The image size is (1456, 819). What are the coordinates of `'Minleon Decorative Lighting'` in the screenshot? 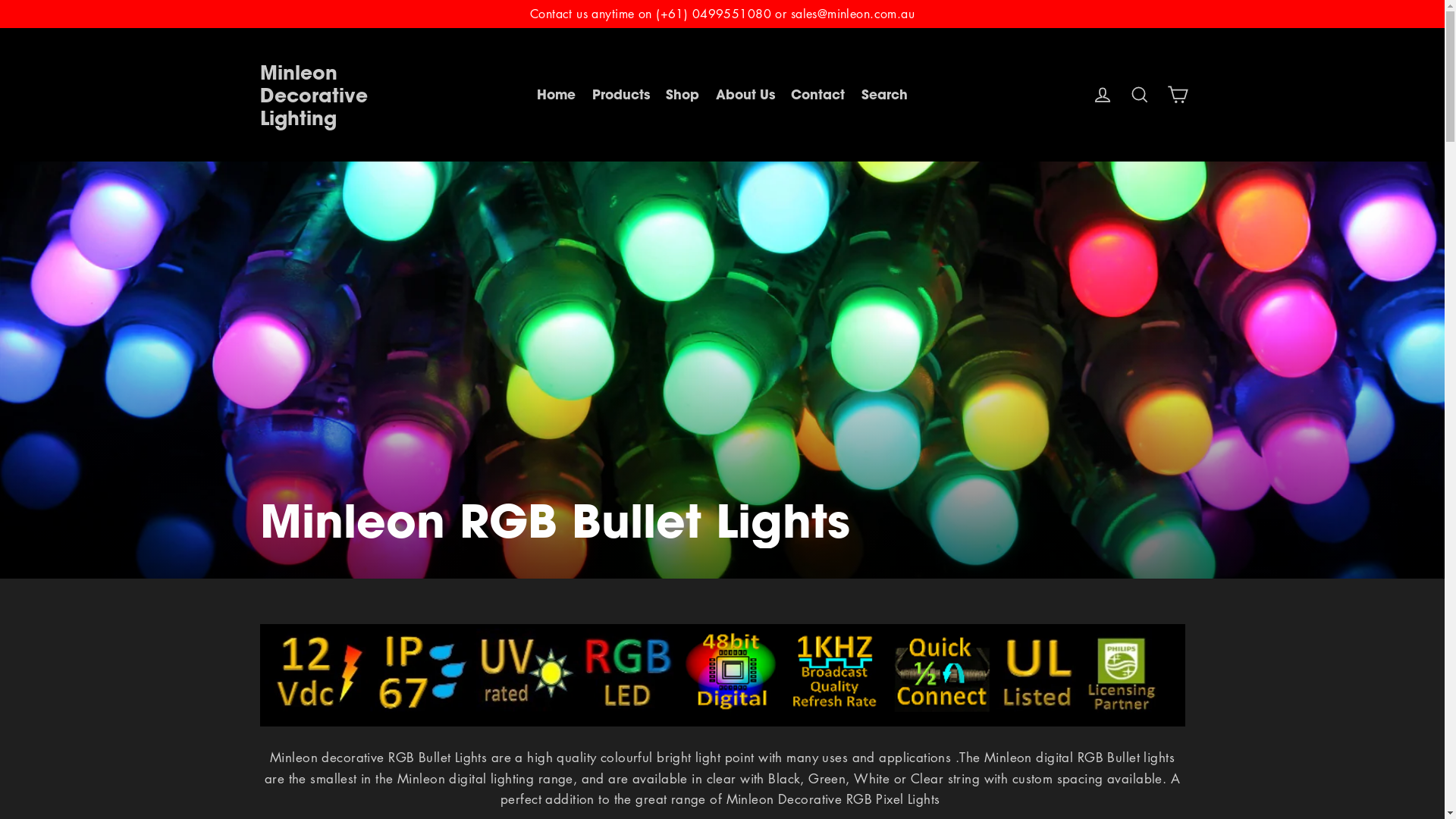 It's located at (259, 94).